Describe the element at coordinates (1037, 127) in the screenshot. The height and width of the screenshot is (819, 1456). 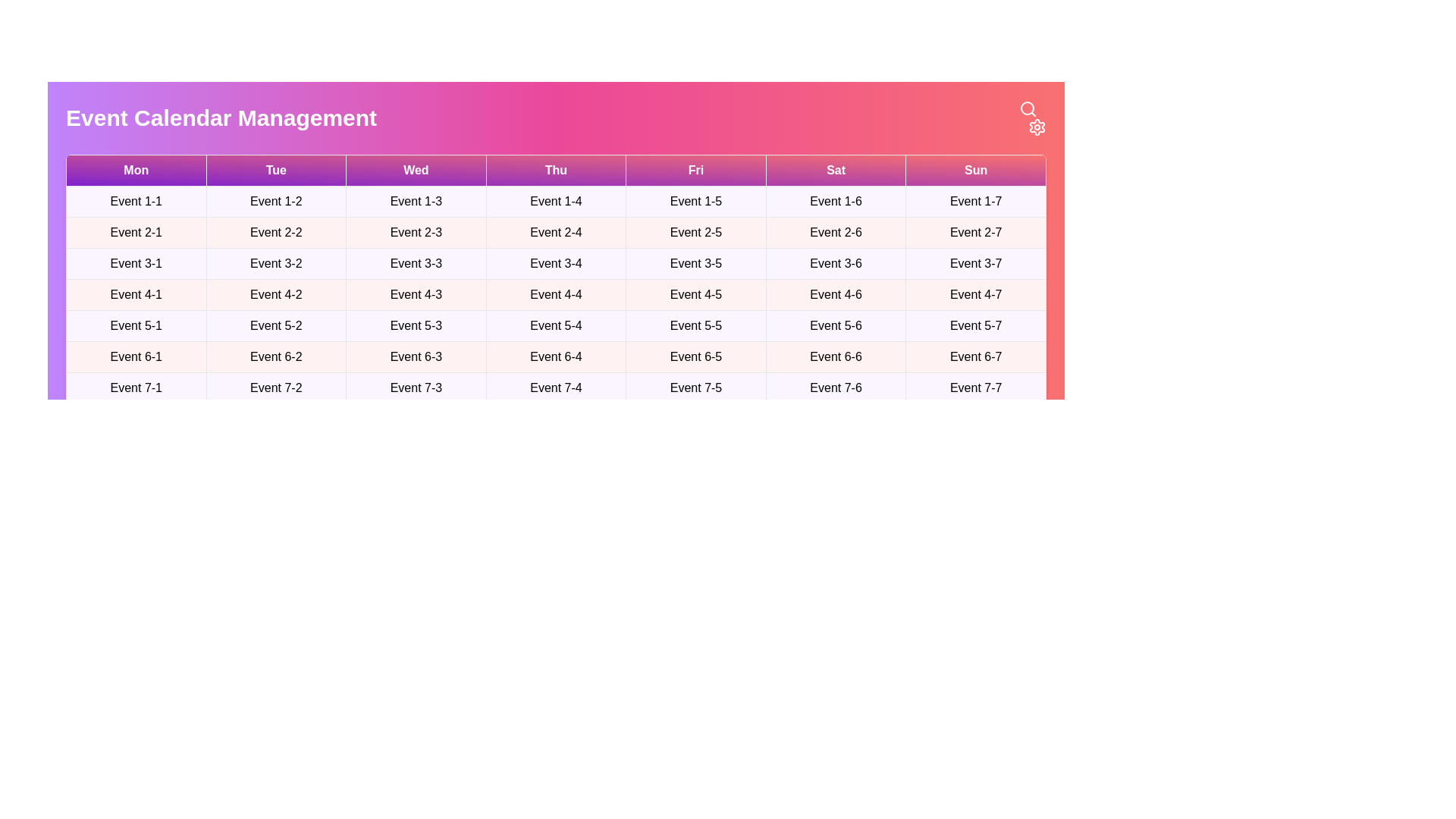
I see `the Settings navigation icon` at that location.